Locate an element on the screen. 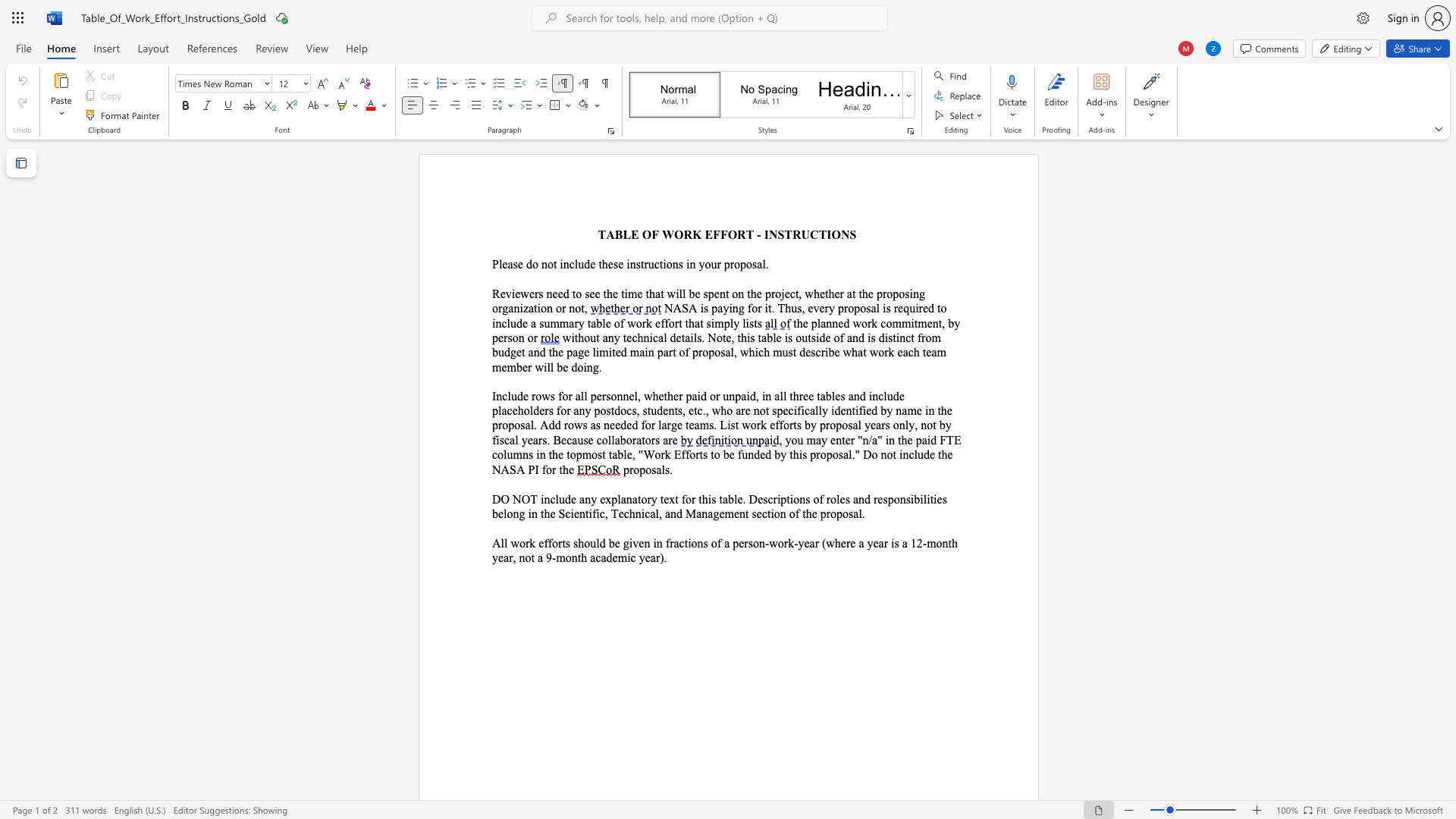 The image size is (1456, 819). the 5th character "l" in the text is located at coordinates (924, 499).